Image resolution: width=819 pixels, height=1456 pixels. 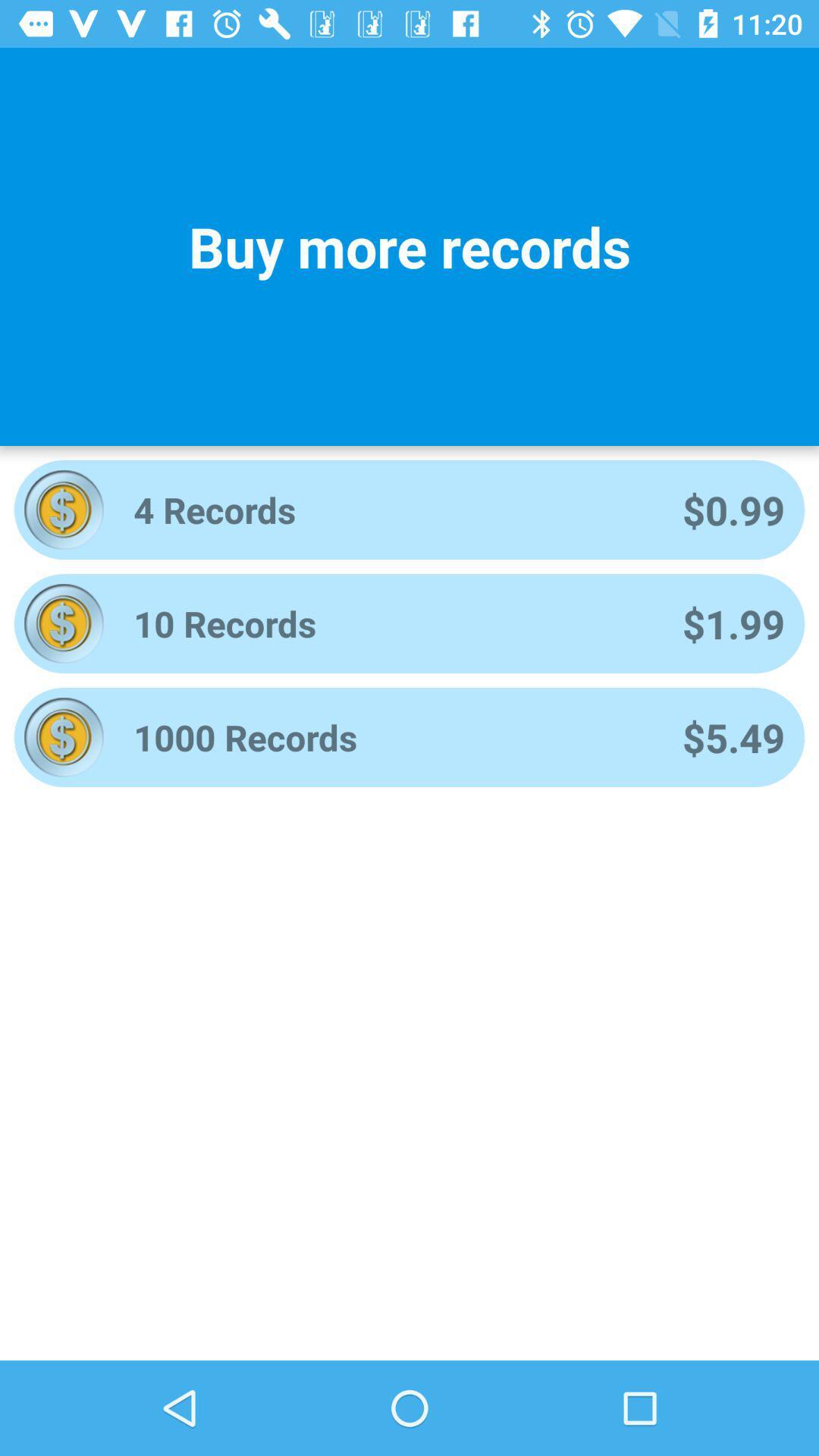 I want to click on the icon next to $0.99 item, so click(x=387, y=510).